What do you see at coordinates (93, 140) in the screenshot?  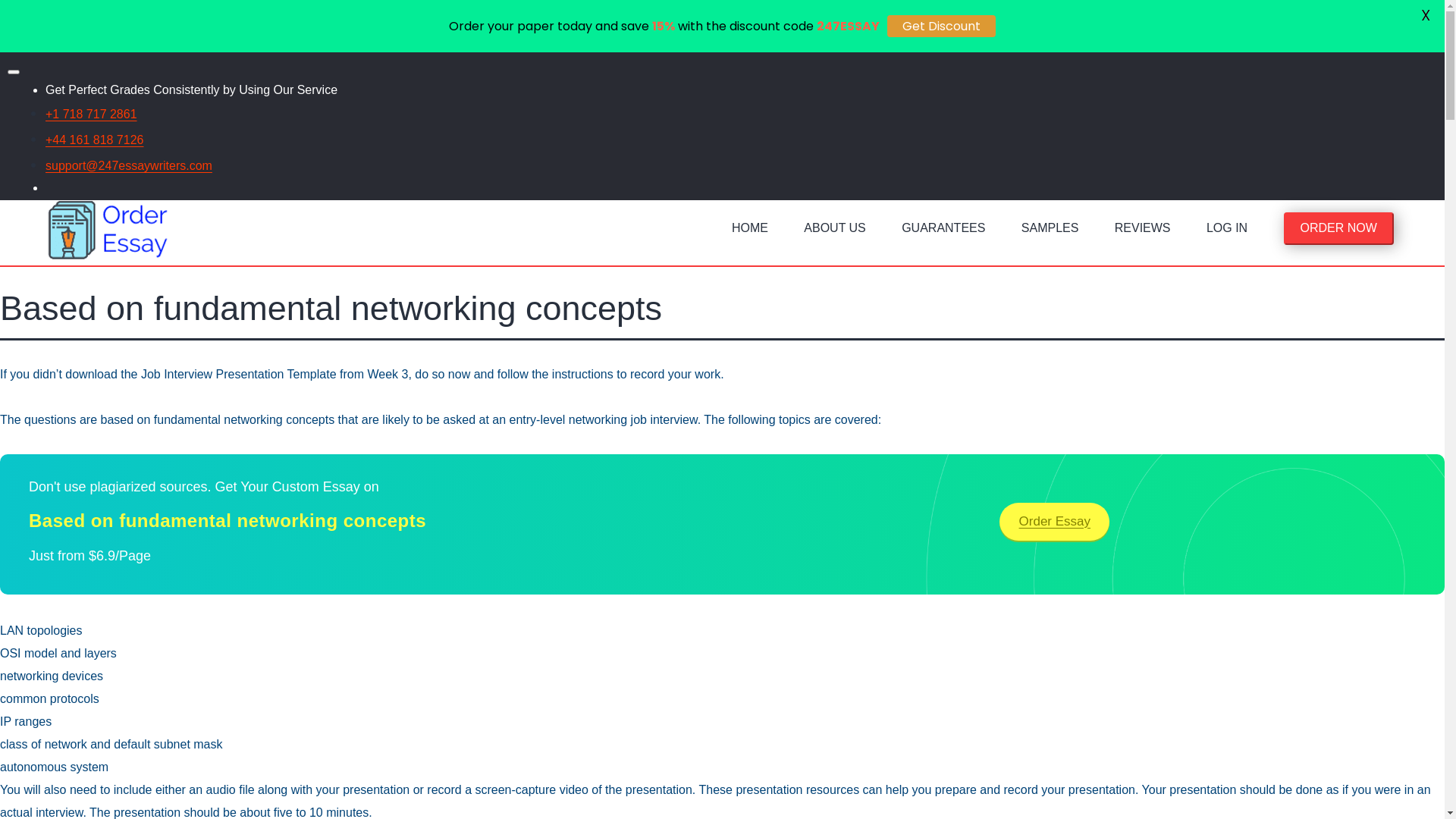 I see `'+44 161 818 7126'` at bounding box center [93, 140].